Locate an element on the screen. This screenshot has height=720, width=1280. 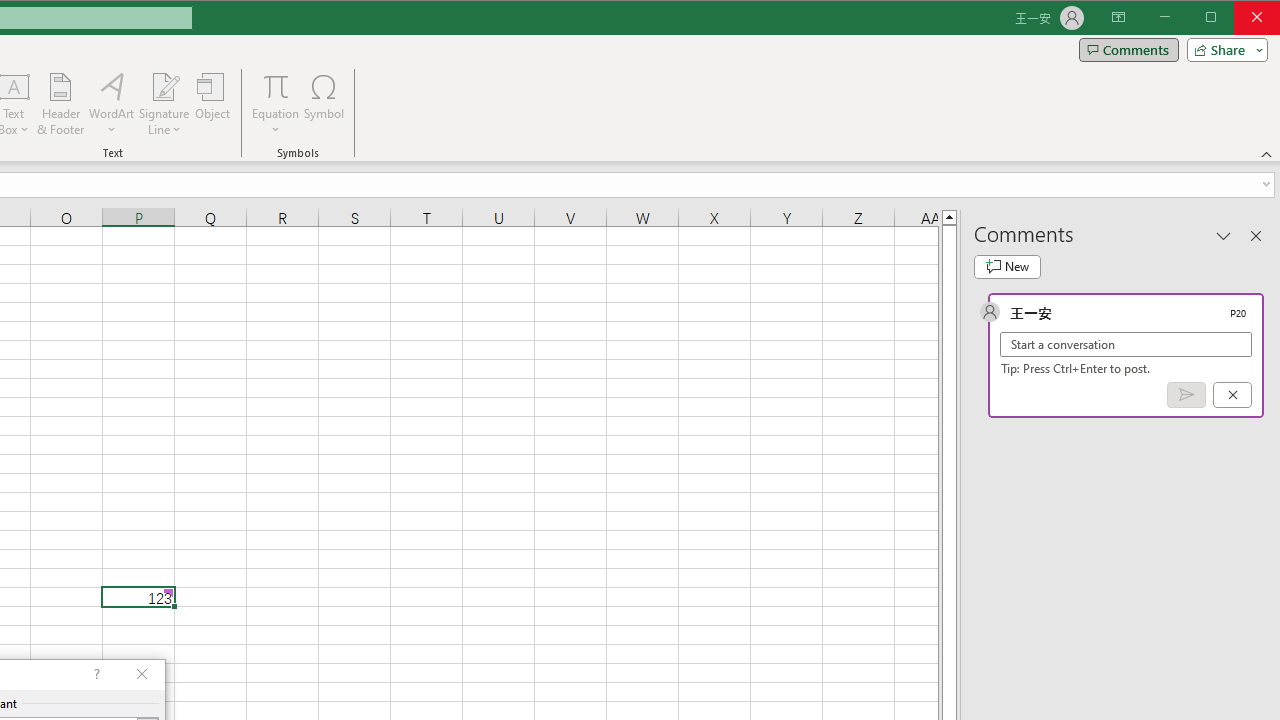
'Signature Line' is located at coordinates (164, 85).